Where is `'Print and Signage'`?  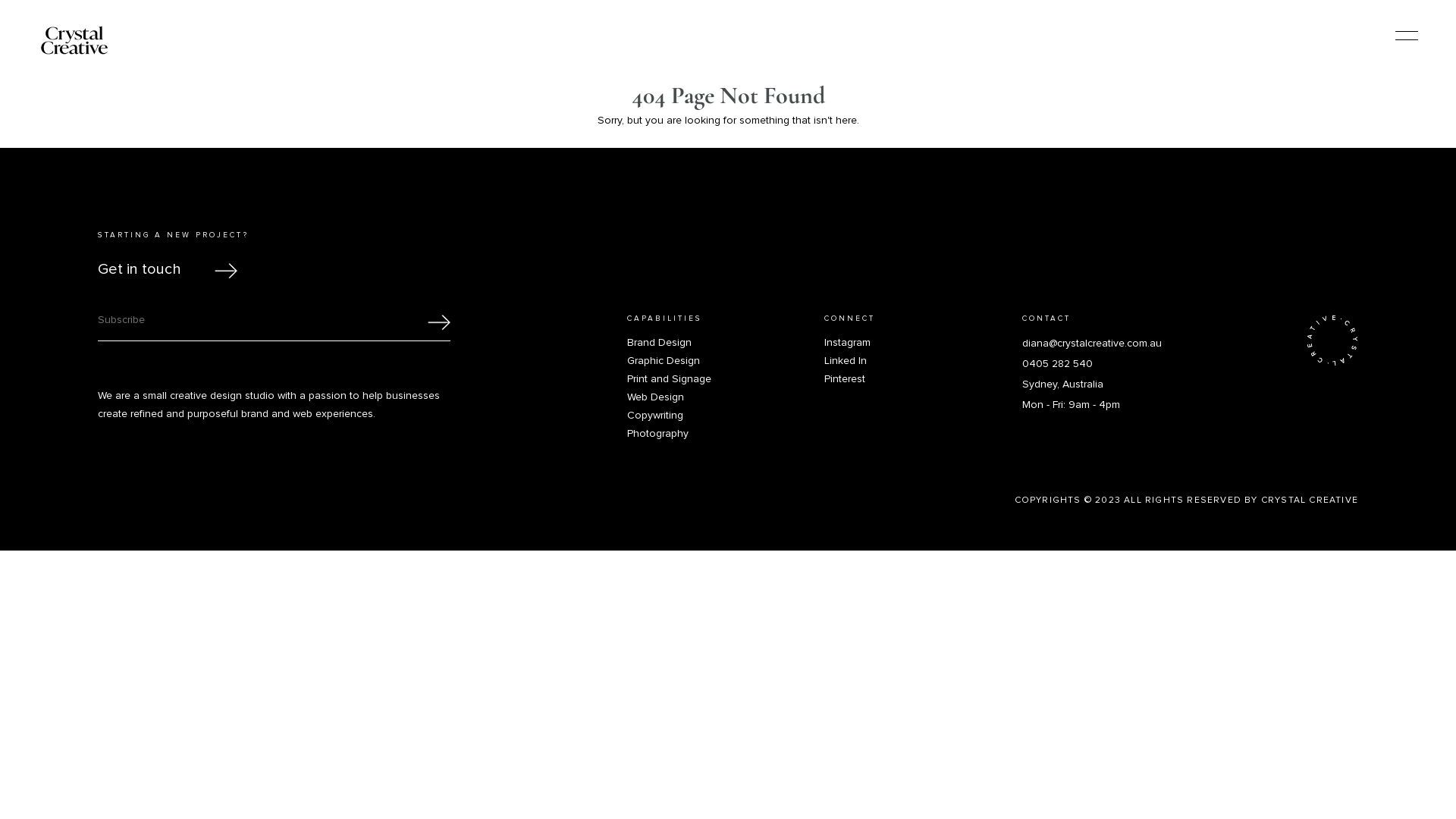
'Print and Signage' is located at coordinates (724, 378).